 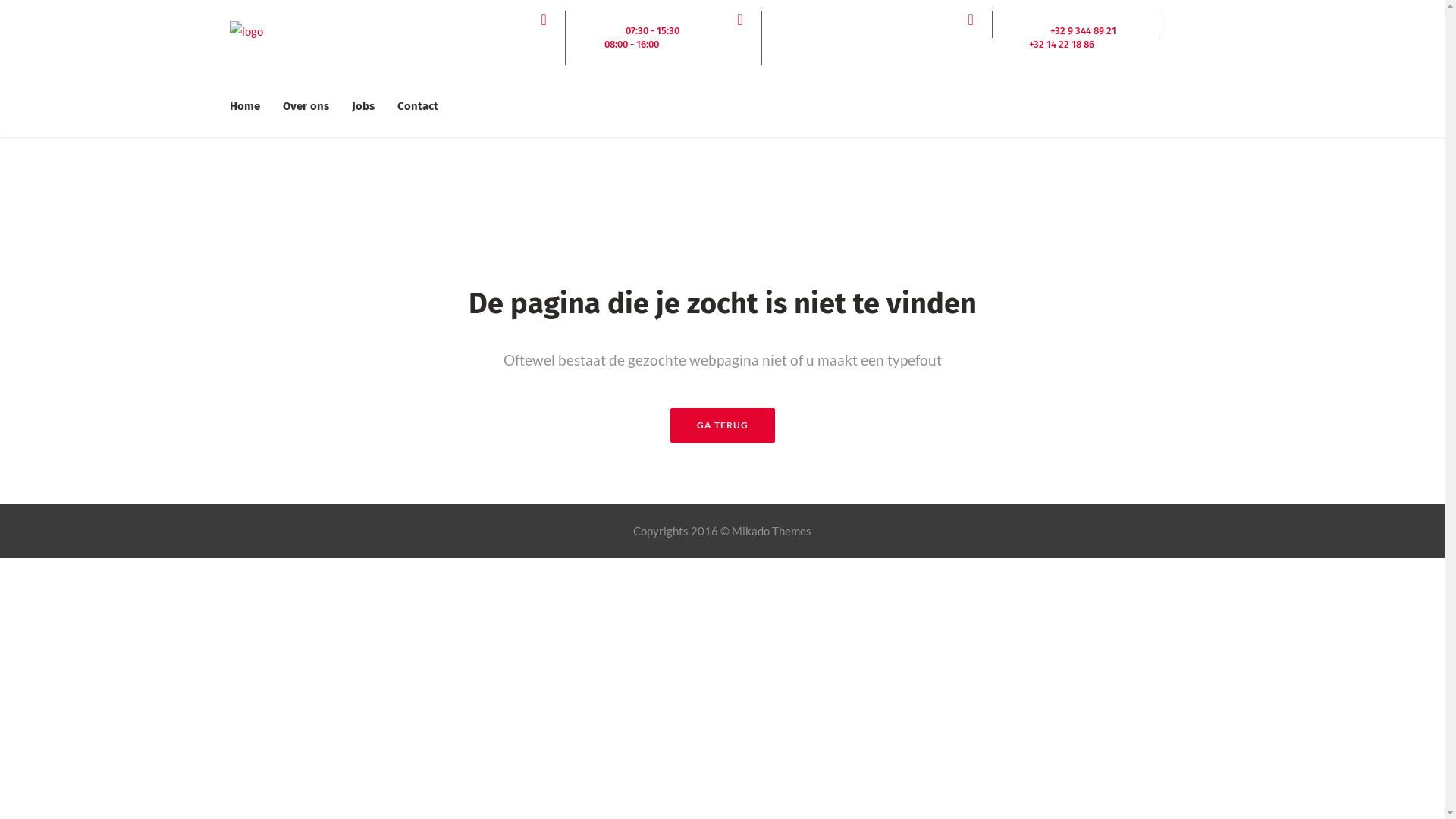 What do you see at coordinates (417, 105) in the screenshot?
I see `'Contact'` at bounding box center [417, 105].